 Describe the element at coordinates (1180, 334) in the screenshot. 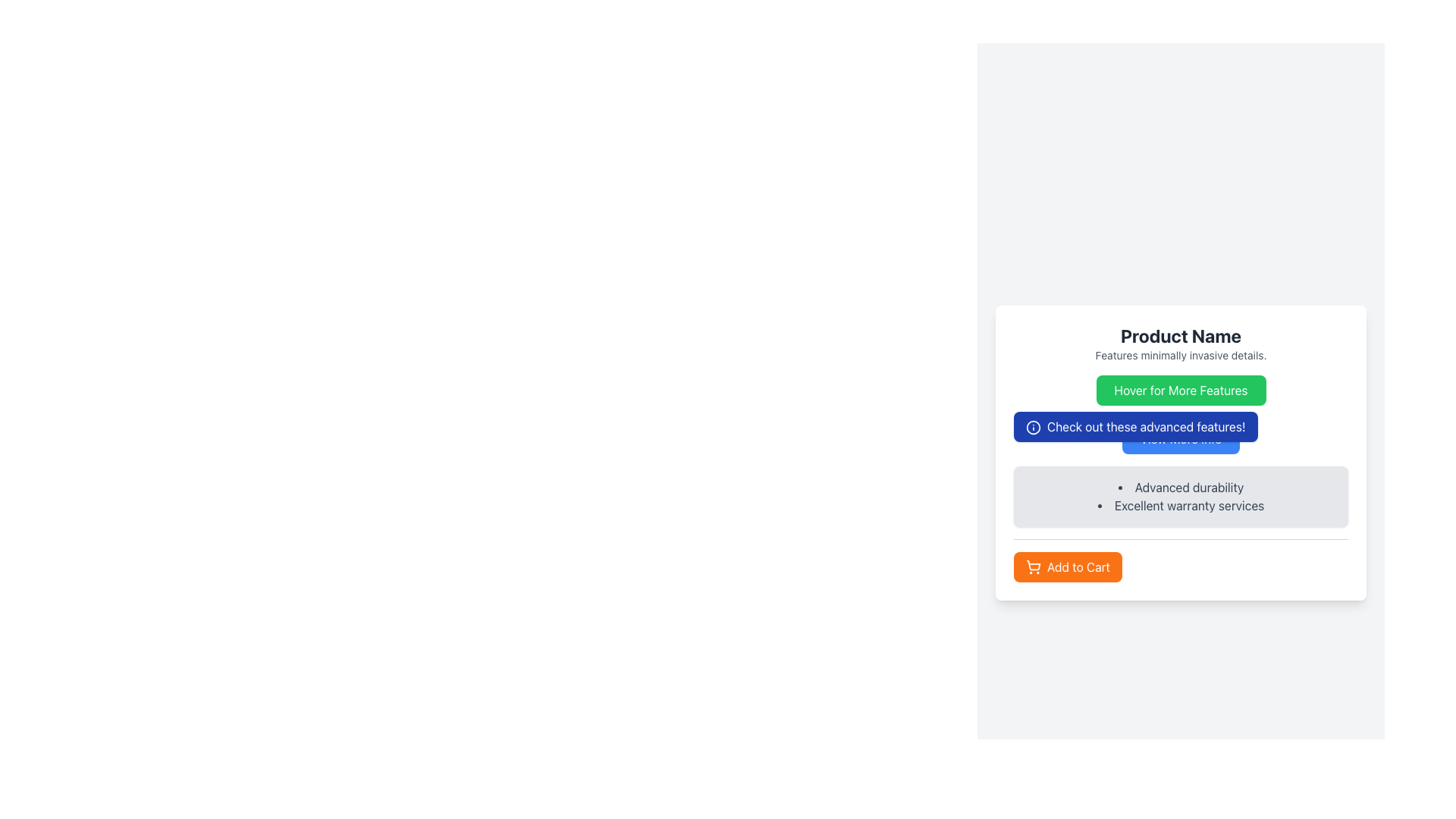

I see `the 'Product Name' heading, which is a bold and large-sized text styled in black font, located at the top of a card layout` at that location.